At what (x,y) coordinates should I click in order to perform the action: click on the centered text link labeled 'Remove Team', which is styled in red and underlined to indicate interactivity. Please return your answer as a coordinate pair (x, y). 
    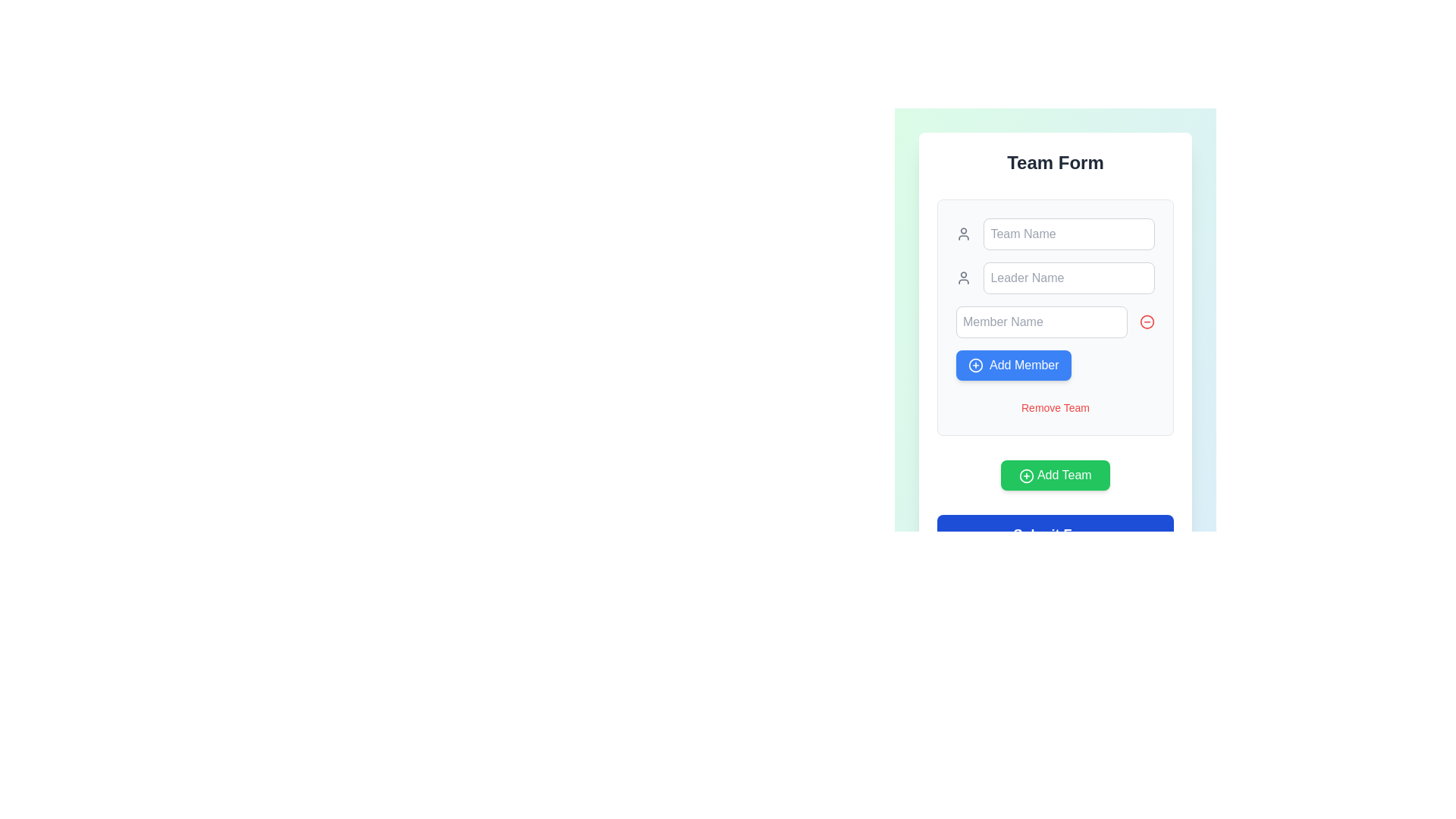
    Looking at the image, I should click on (1055, 406).